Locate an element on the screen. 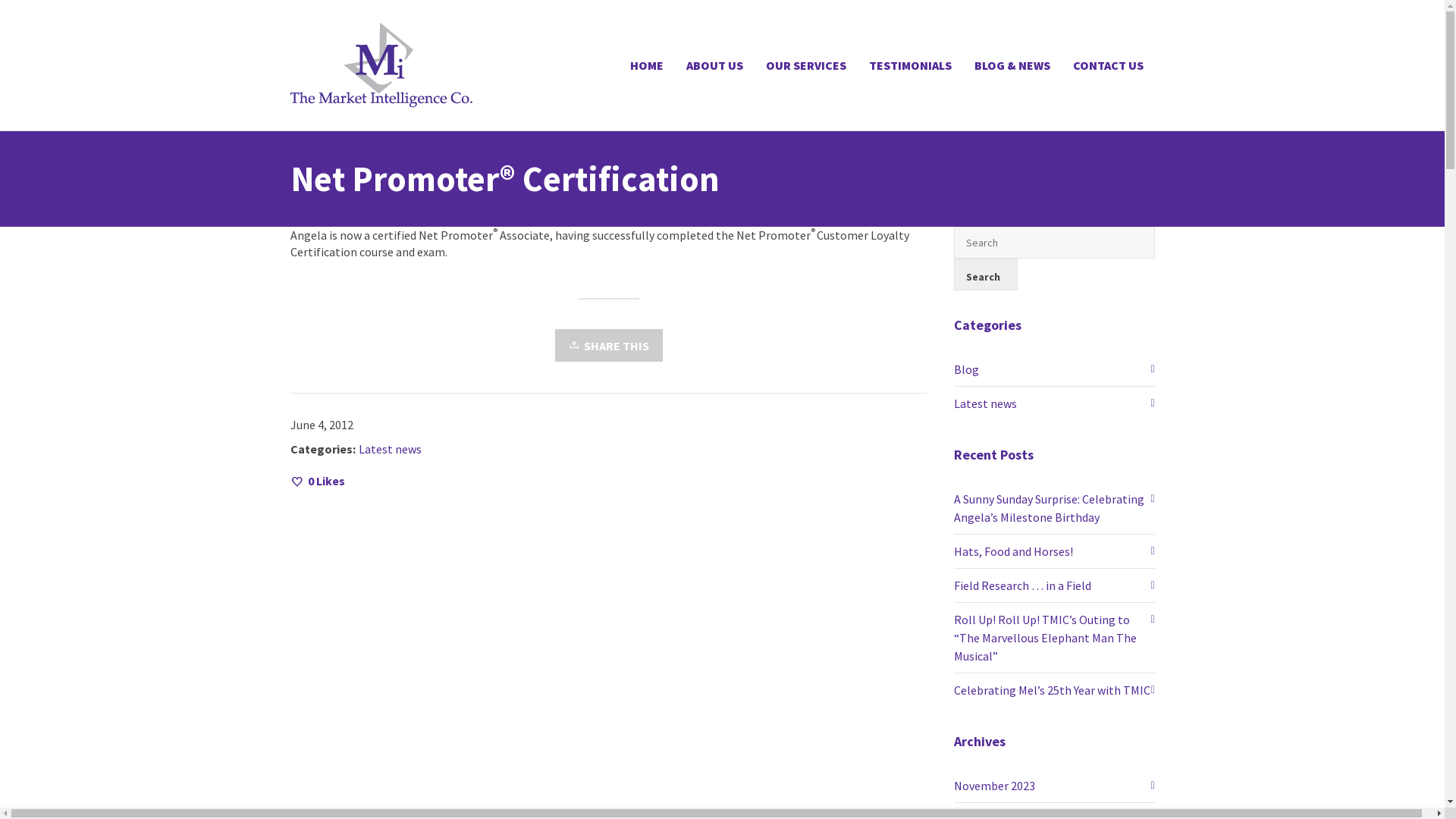  'HOME' is located at coordinates (647, 64).